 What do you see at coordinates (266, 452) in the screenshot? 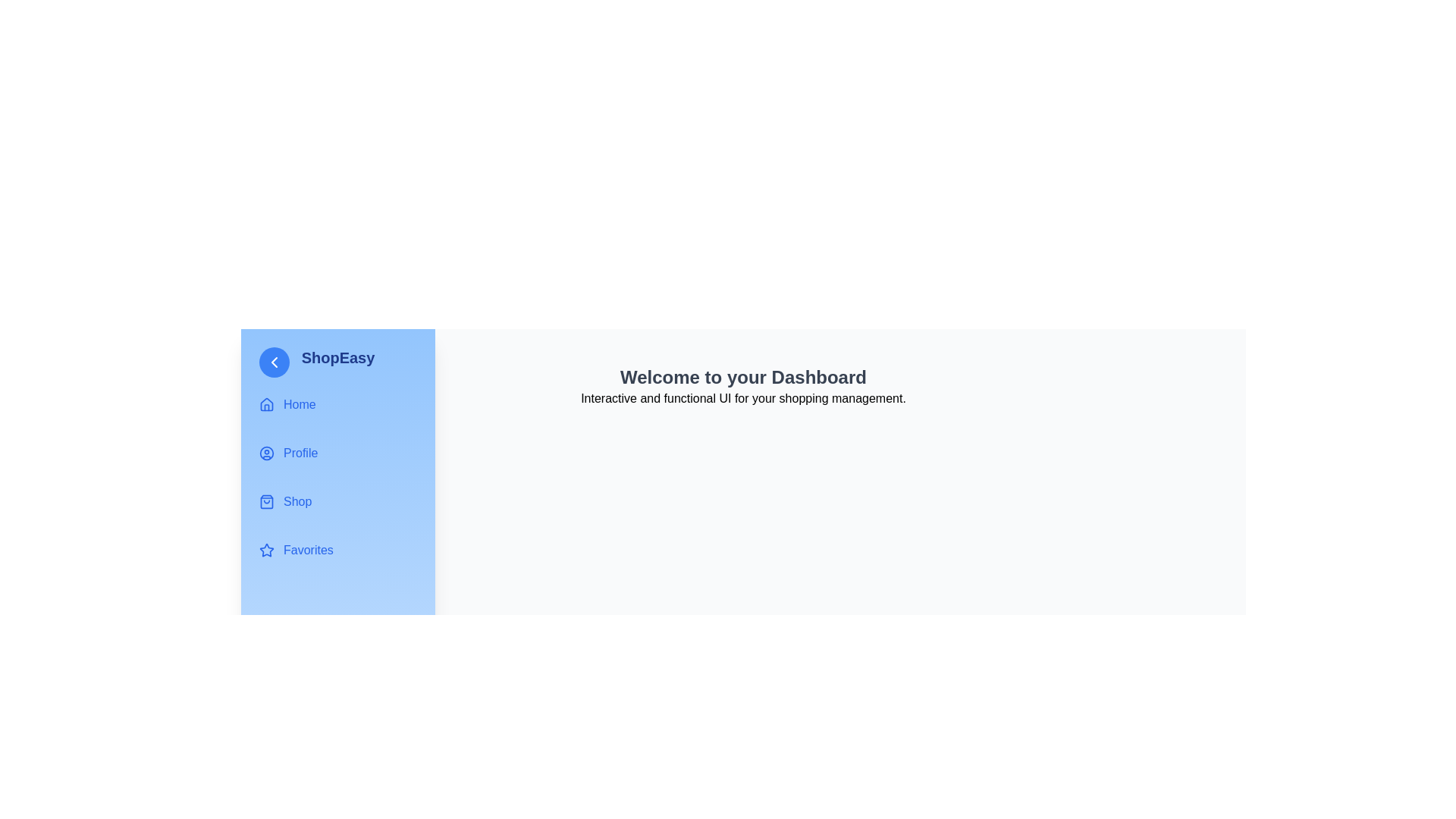
I see `the user profile icon located on the left-side navigation panel next to the 'Profile' text` at bounding box center [266, 452].